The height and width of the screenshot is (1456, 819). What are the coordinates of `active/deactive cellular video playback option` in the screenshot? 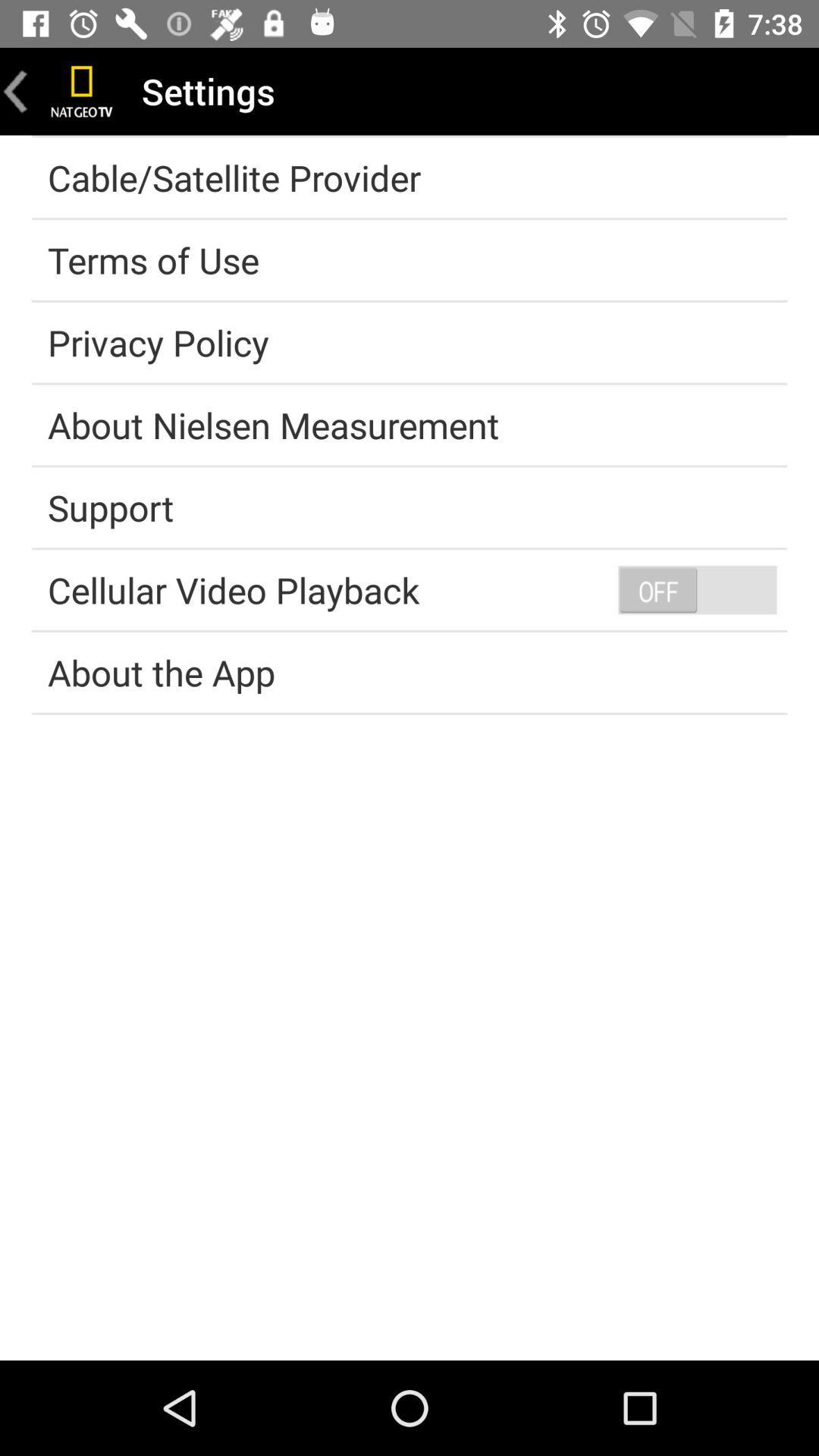 It's located at (697, 588).